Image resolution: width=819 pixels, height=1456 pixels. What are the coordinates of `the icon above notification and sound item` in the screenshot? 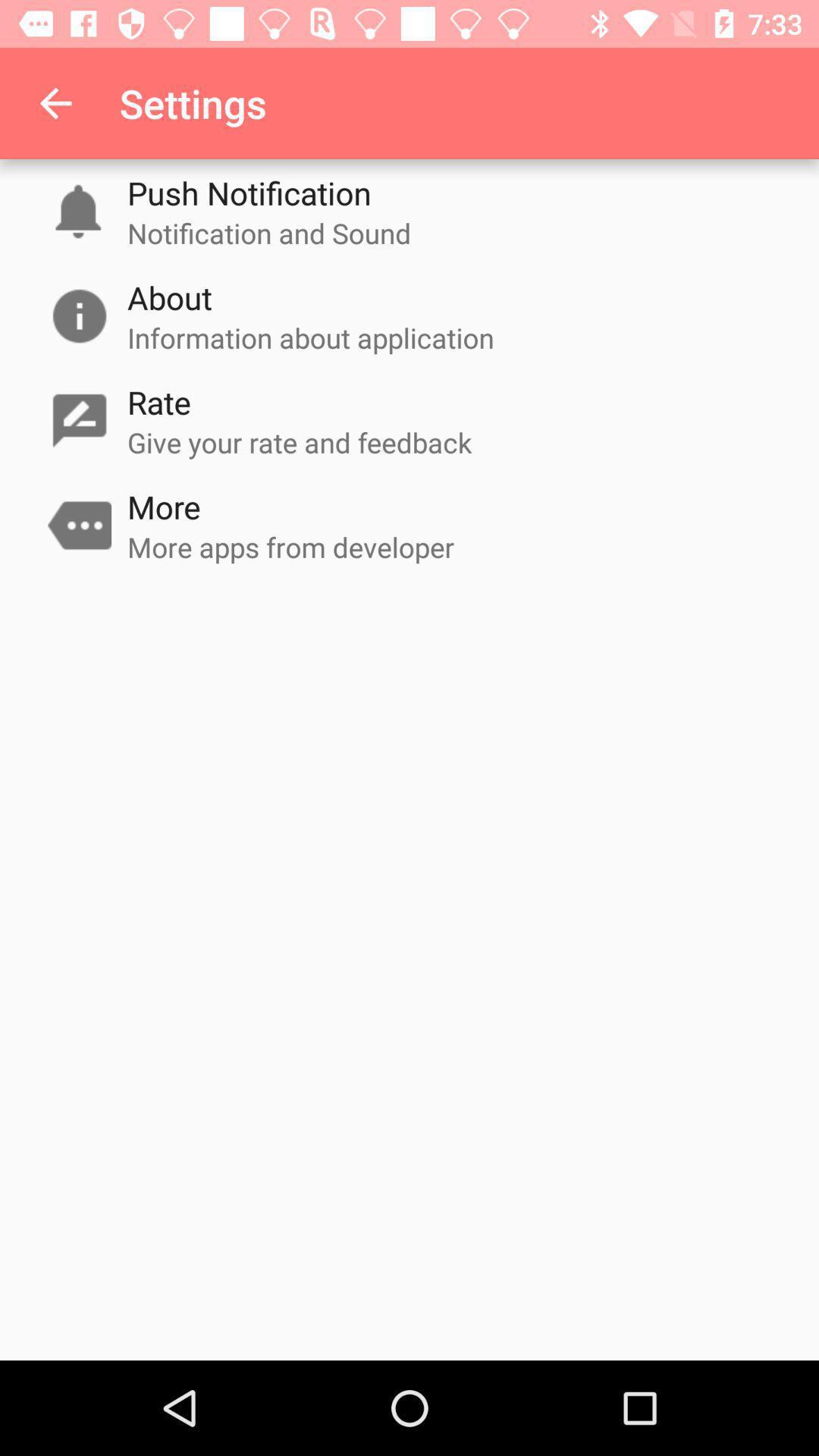 It's located at (248, 192).